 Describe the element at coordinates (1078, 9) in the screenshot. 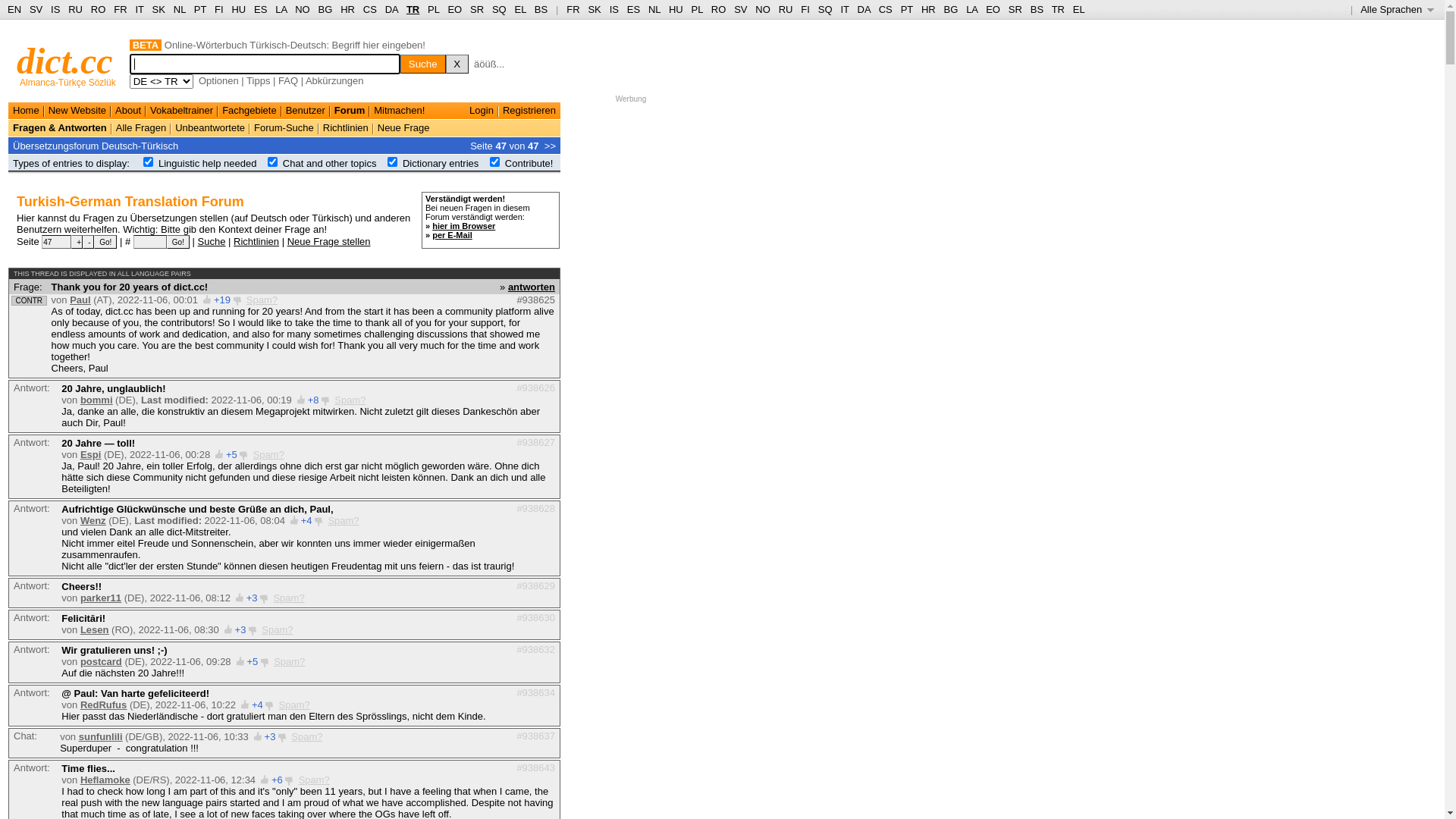

I see `'EL'` at that location.